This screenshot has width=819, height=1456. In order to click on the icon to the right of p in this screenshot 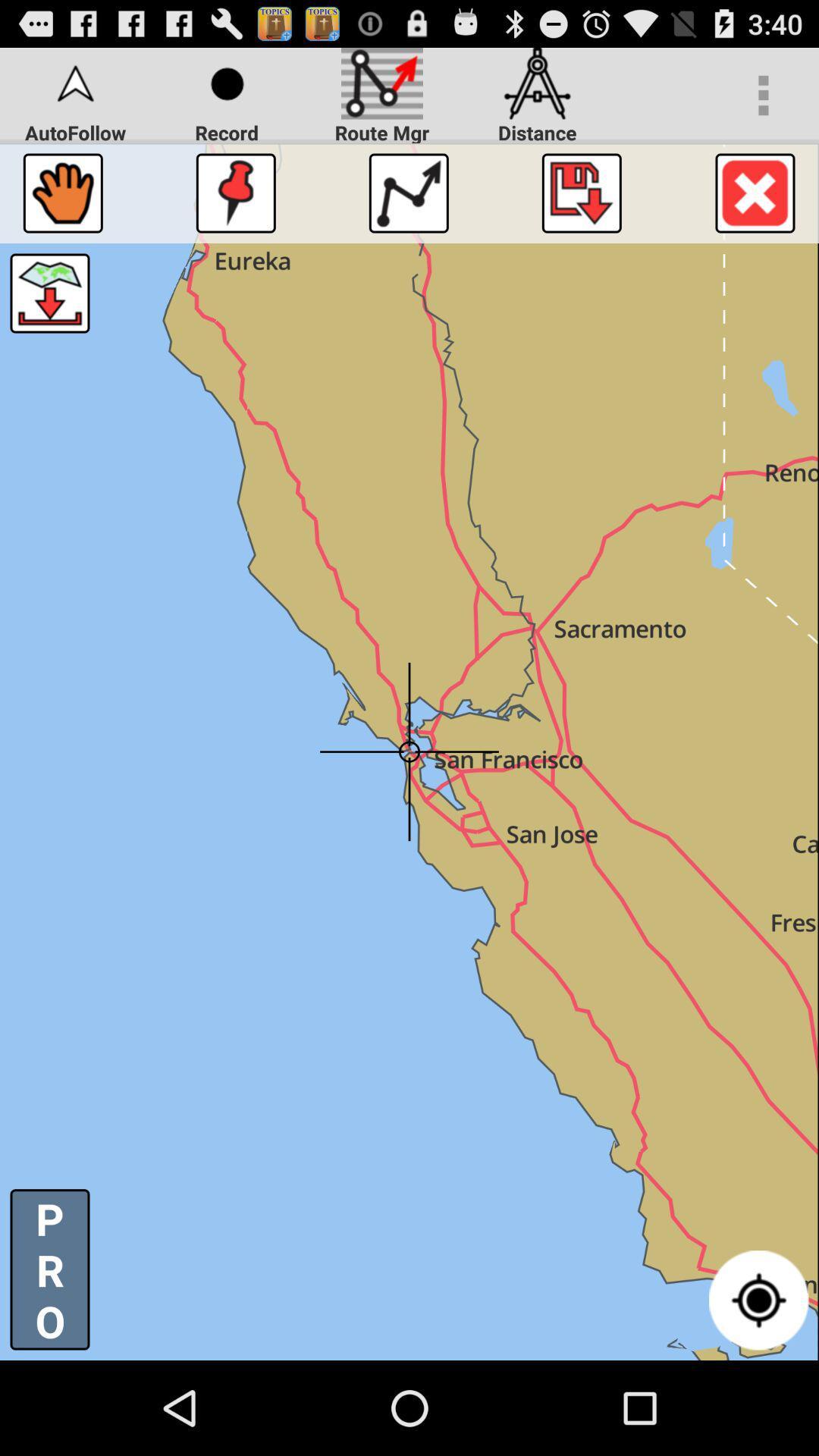, I will do `click(758, 1299)`.